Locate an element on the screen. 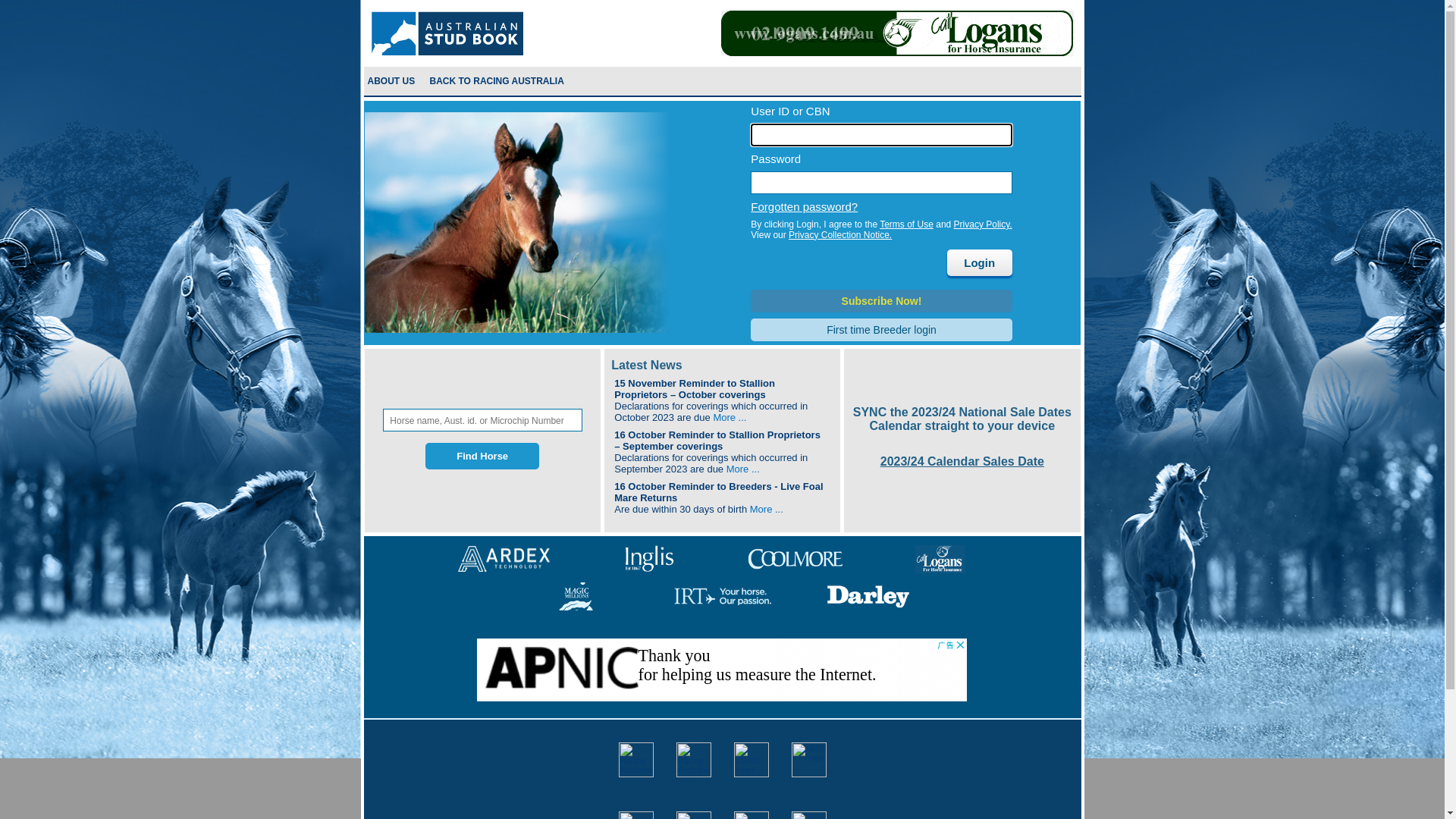  'ABOUT US' is located at coordinates (391, 81).